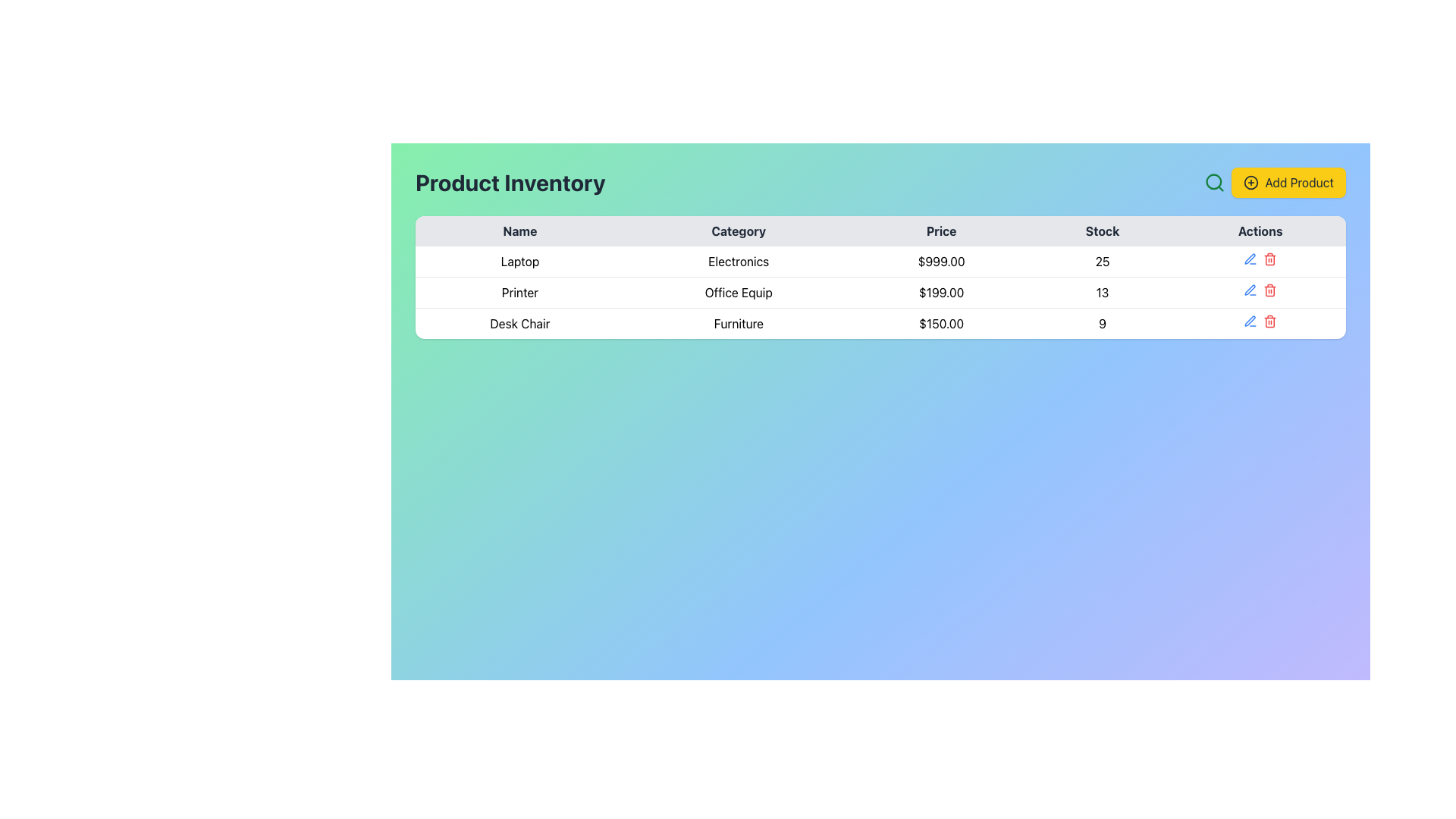 This screenshot has width=1456, height=819. Describe the element at coordinates (1260, 290) in the screenshot. I see `the pencil icon in the Interactive Icon Group located in the last cell of the row for the item labeled 'Printer' in the Actions column` at that location.